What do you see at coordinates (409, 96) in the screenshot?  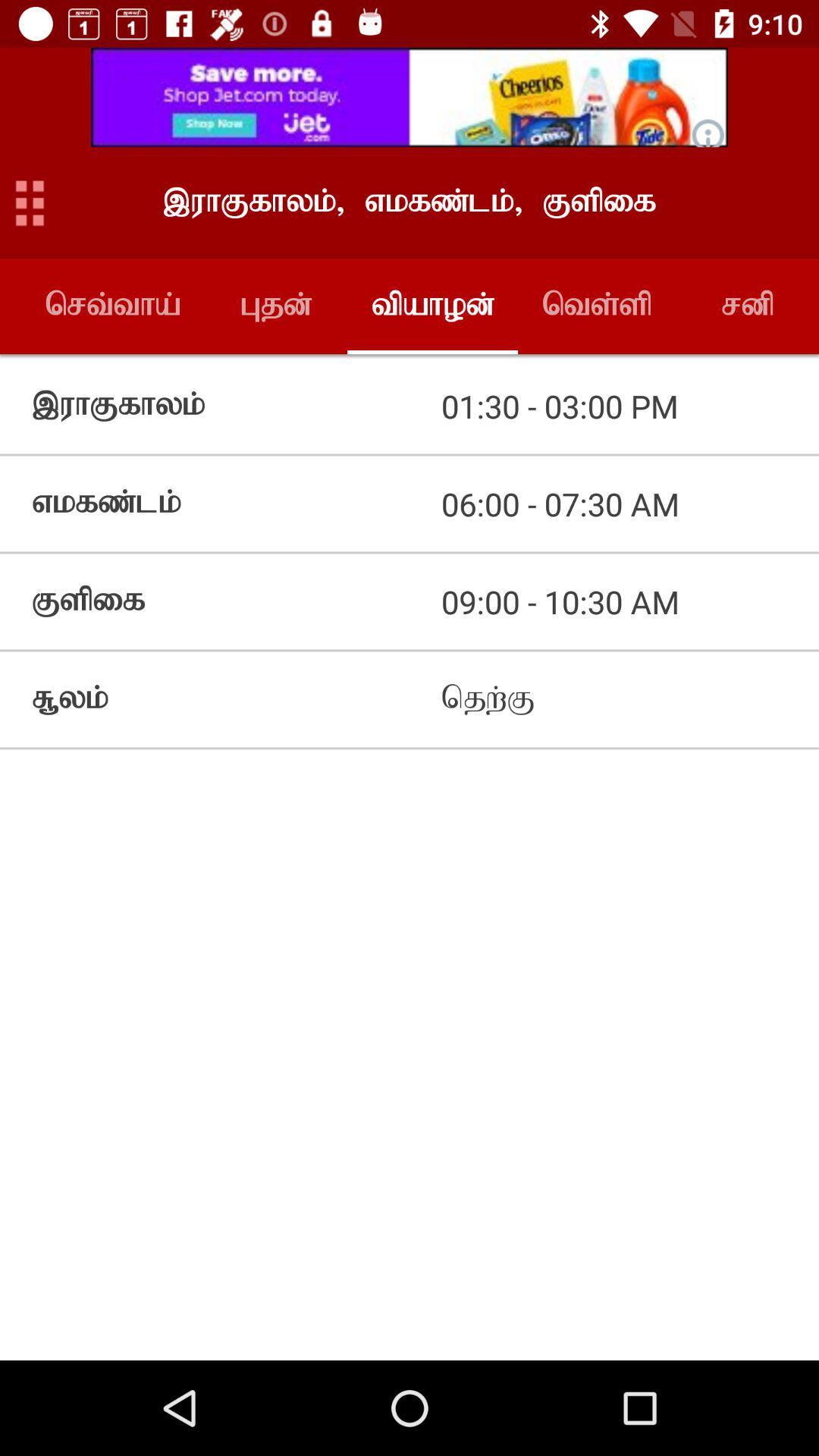 I see `advertisement` at bounding box center [409, 96].